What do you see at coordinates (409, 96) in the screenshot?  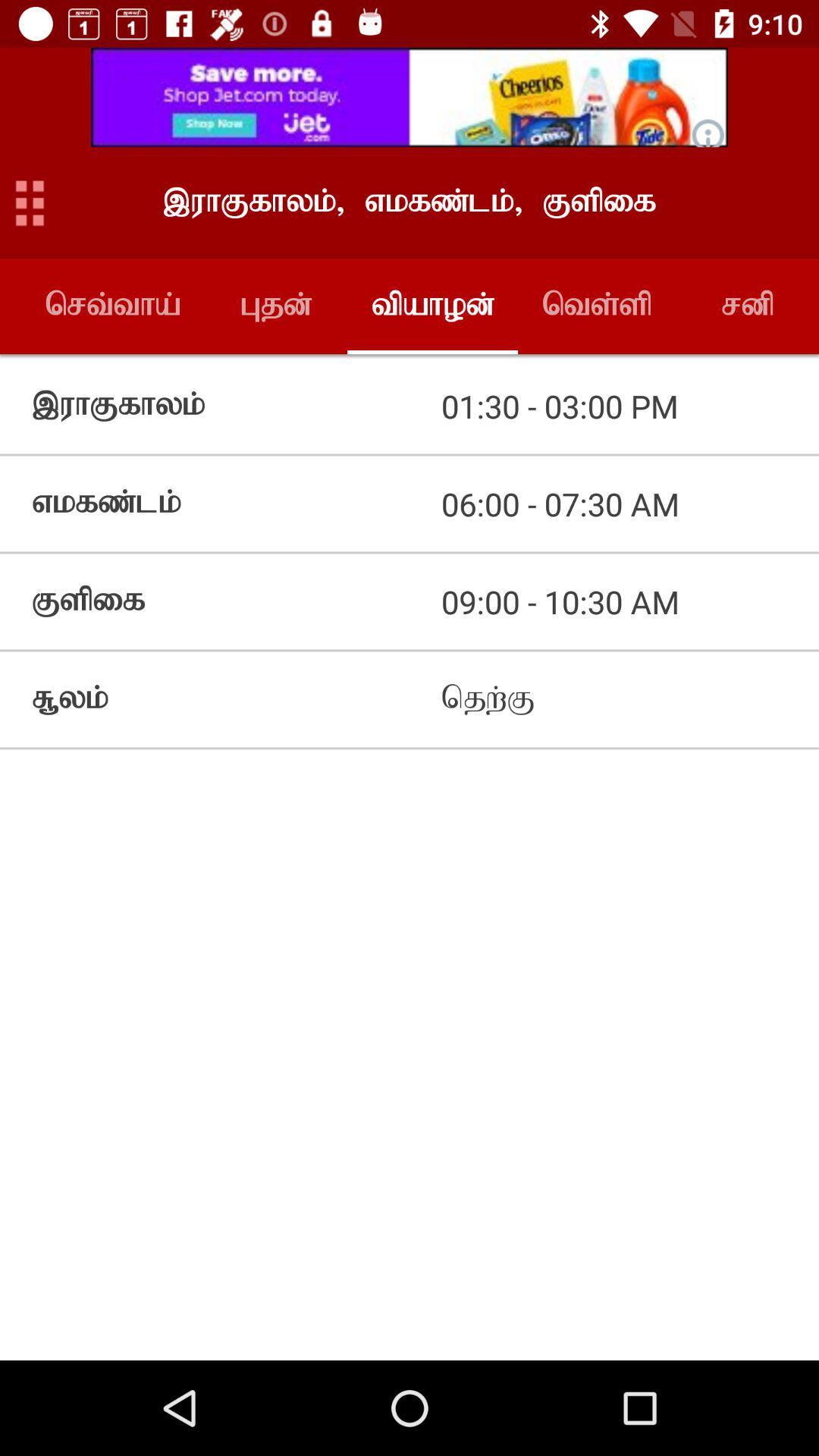 I see `advertisement` at bounding box center [409, 96].